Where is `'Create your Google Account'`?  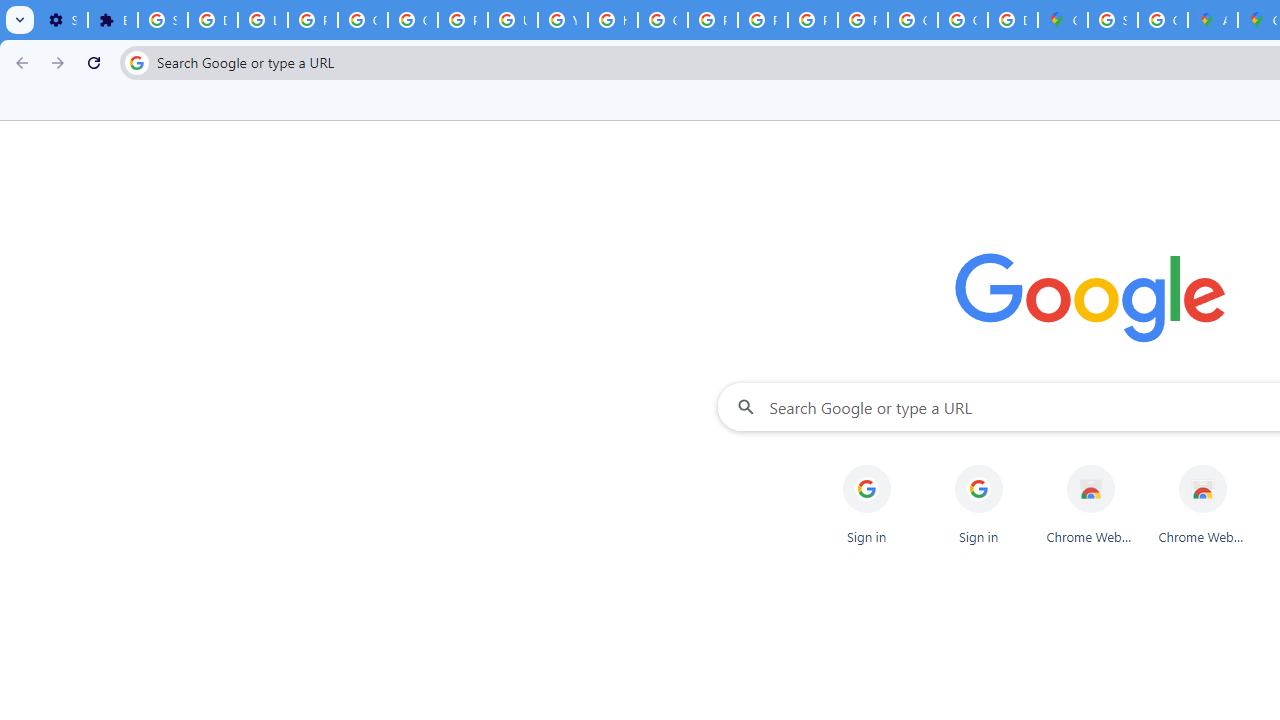 'Create your Google Account' is located at coordinates (1162, 20).